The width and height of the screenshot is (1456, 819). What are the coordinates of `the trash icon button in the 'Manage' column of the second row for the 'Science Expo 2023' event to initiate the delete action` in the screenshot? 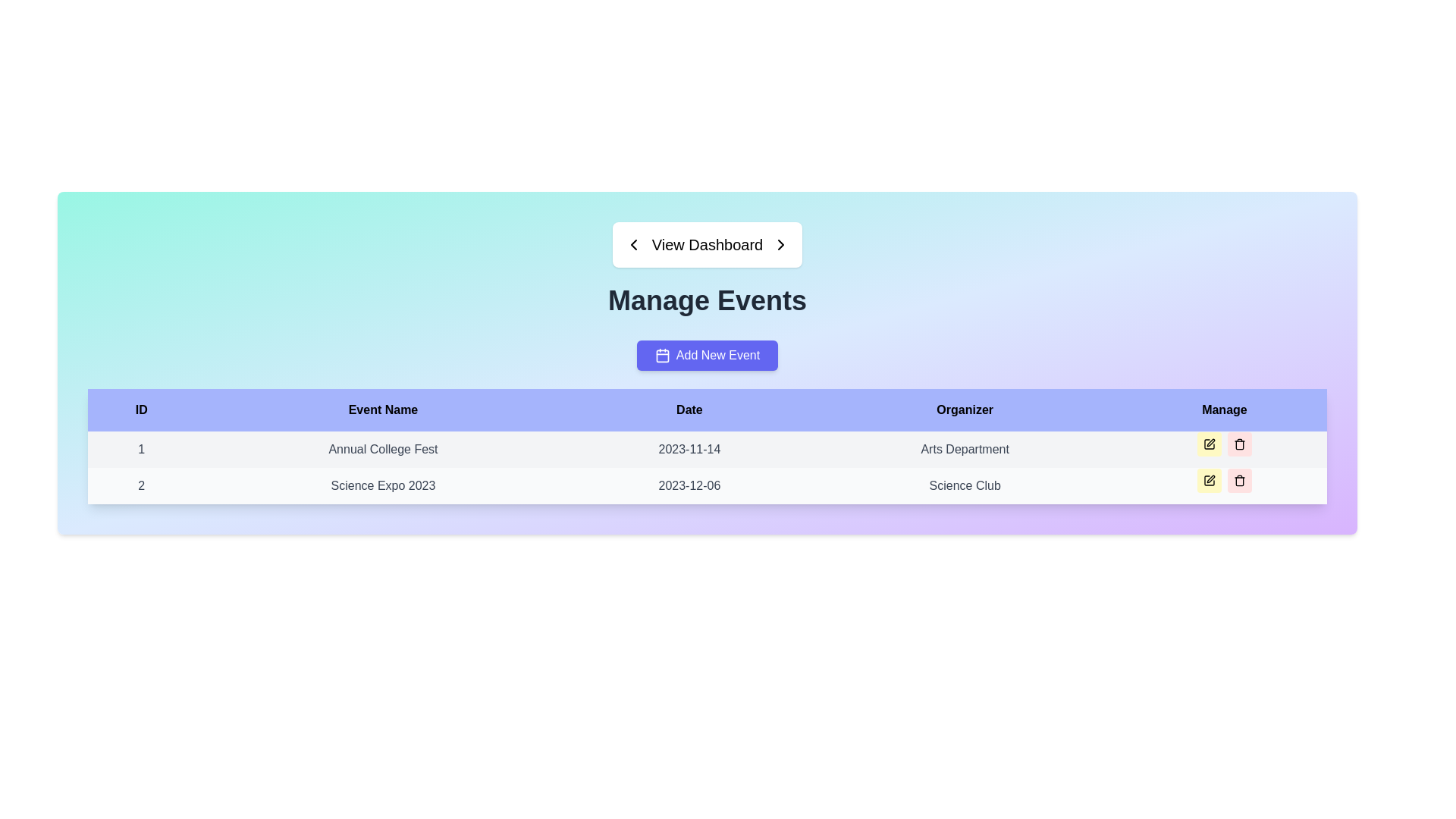 It's located at (1239, 444).